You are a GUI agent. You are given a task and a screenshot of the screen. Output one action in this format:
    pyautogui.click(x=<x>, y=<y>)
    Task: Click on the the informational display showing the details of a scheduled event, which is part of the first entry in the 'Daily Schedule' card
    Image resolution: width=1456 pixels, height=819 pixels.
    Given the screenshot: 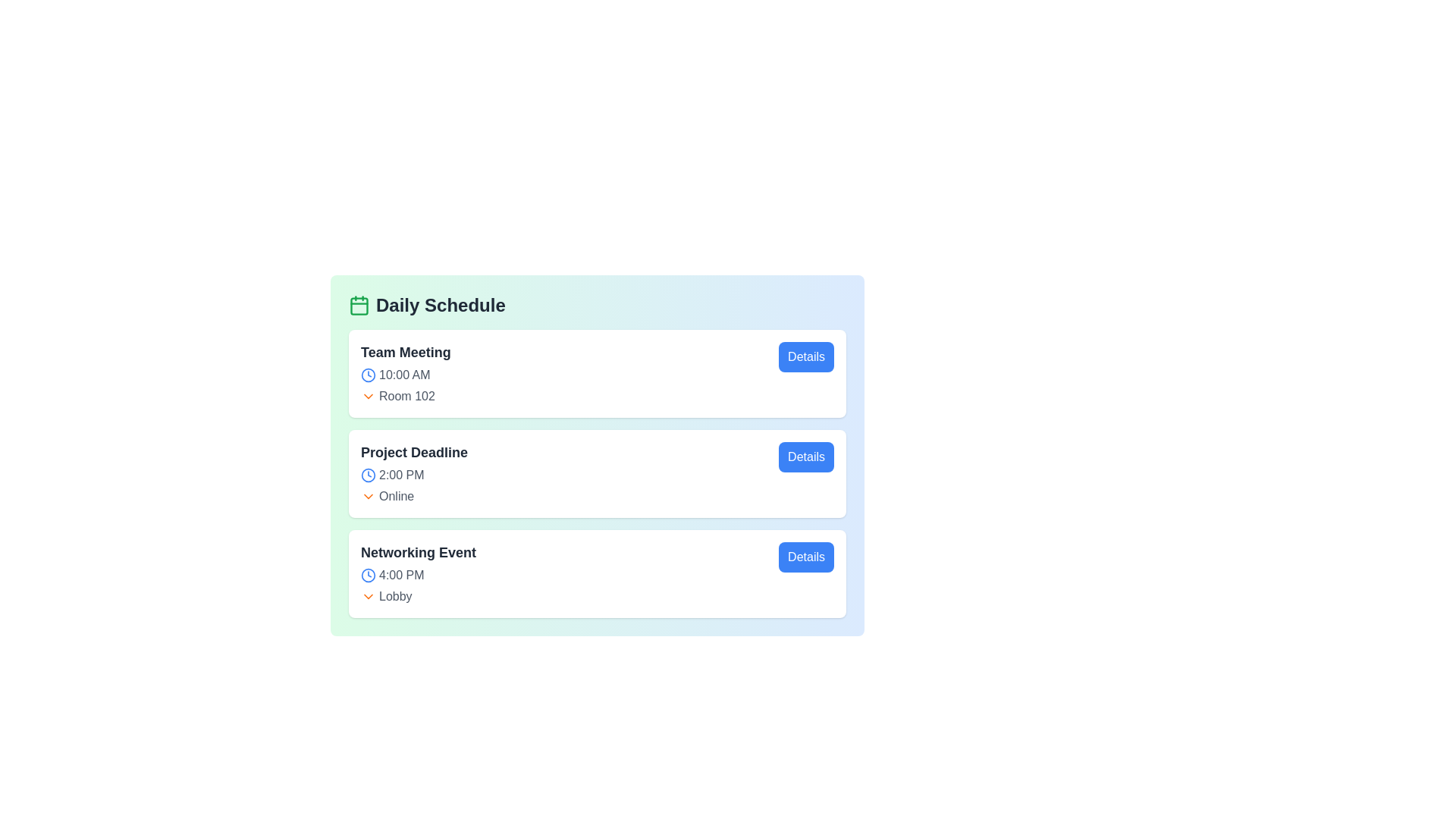 What is the action you would take?
    pyautogui.click(x=406, y=374)
    